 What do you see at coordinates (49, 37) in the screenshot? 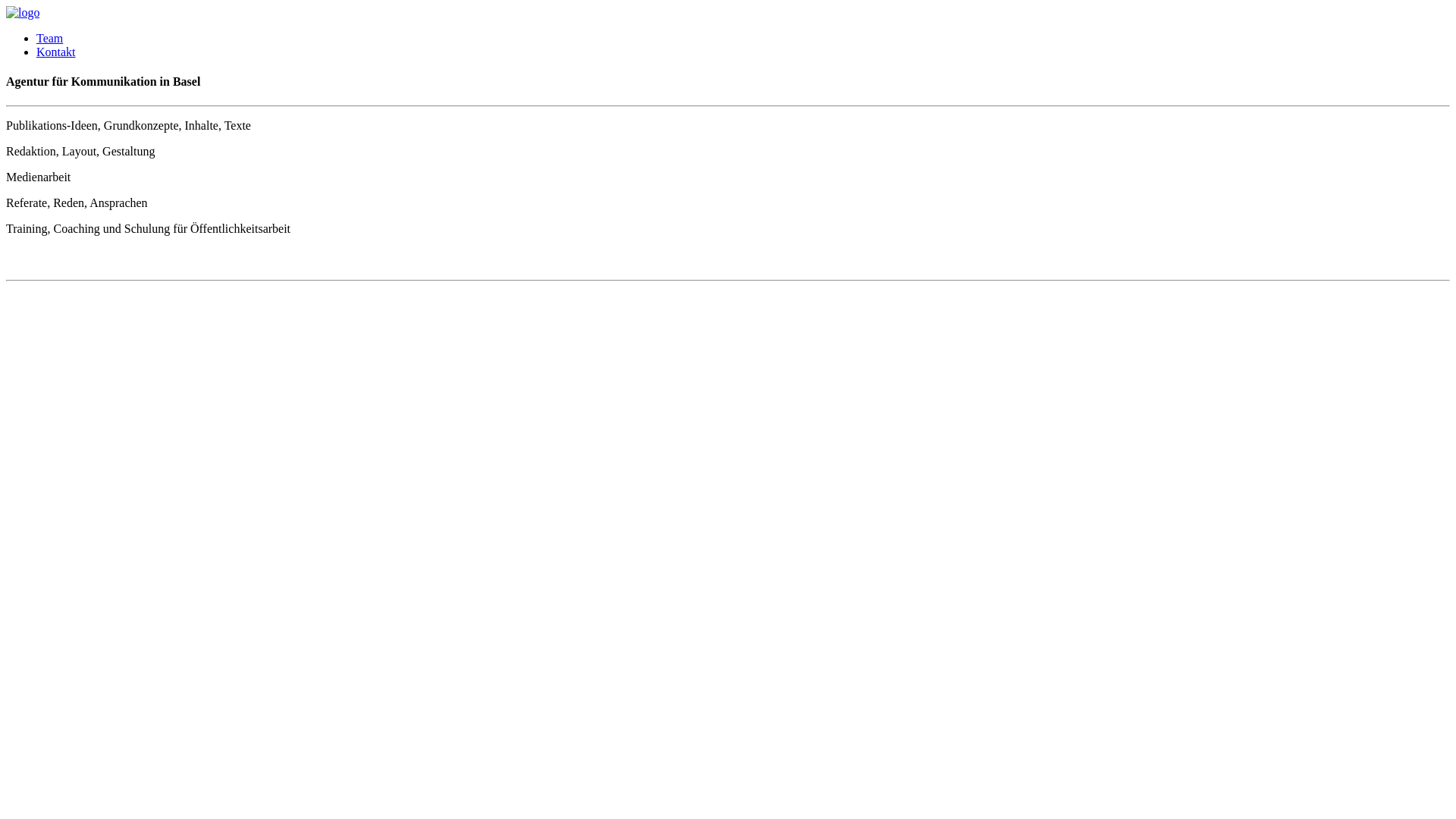
I see `'Team'` at bounding box center [49, 37].